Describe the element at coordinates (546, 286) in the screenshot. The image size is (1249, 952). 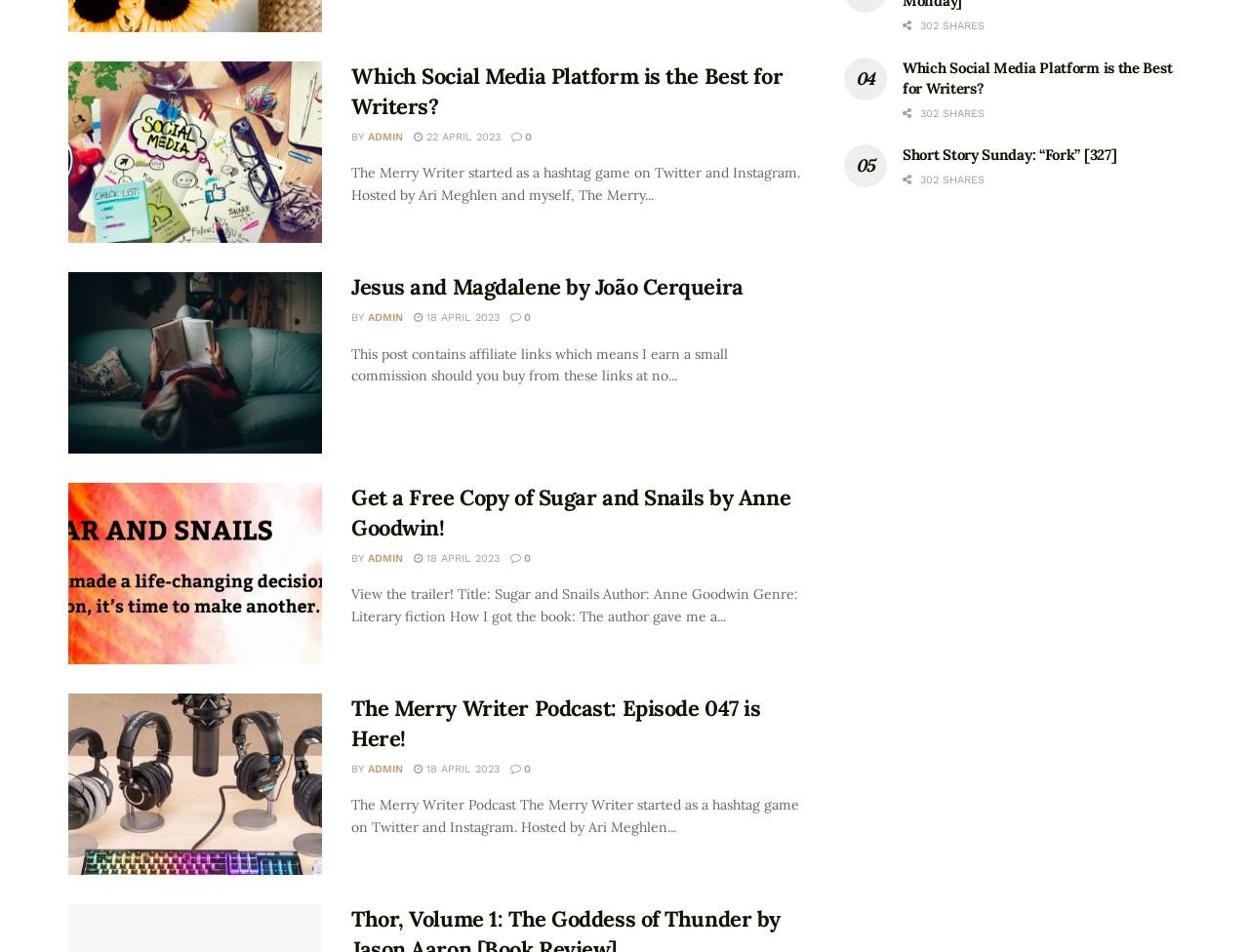
I see `'Jesus and Magdalene by João Cerqueira'` at that location.